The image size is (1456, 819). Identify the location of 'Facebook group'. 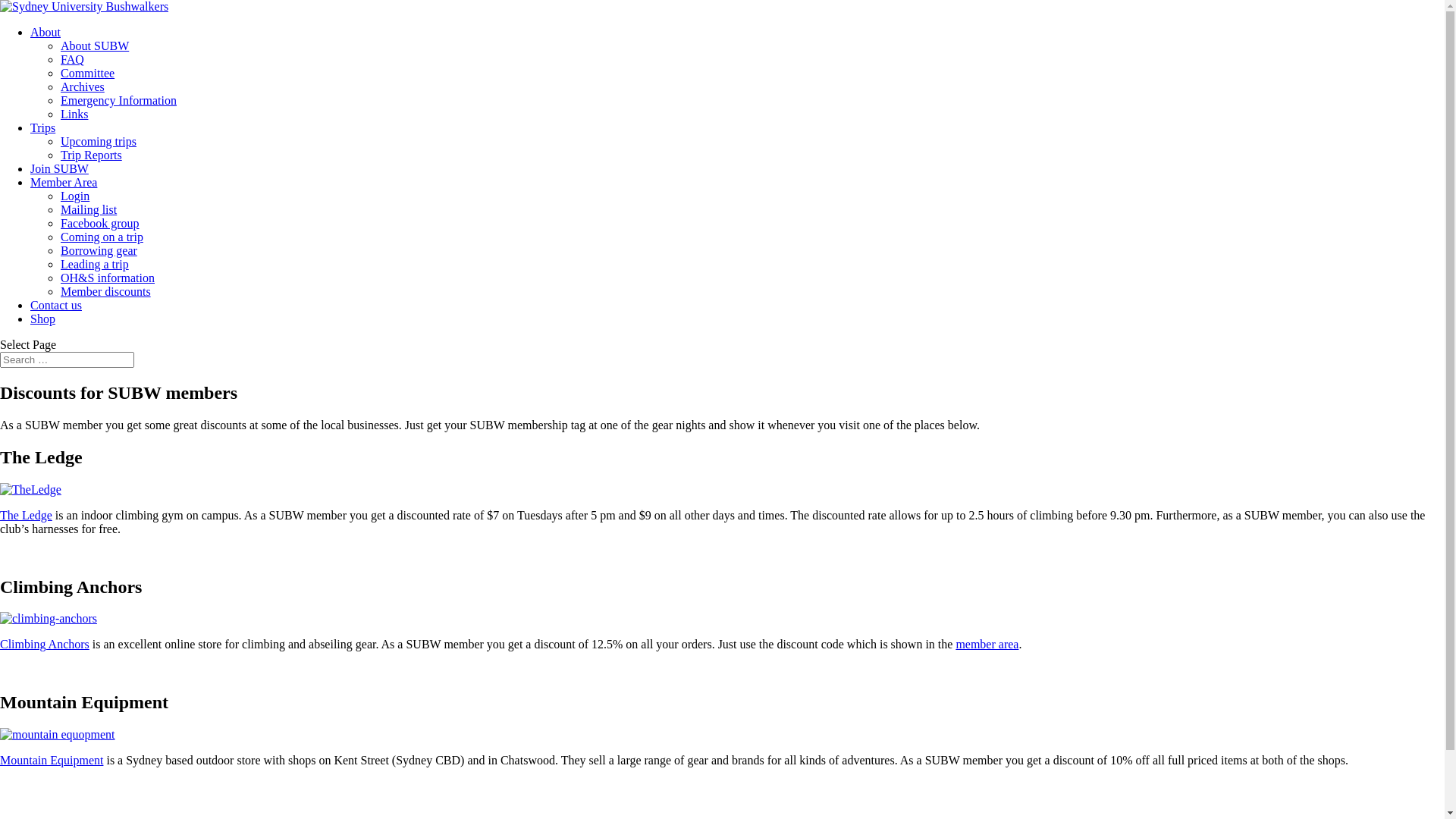
(99, 223).